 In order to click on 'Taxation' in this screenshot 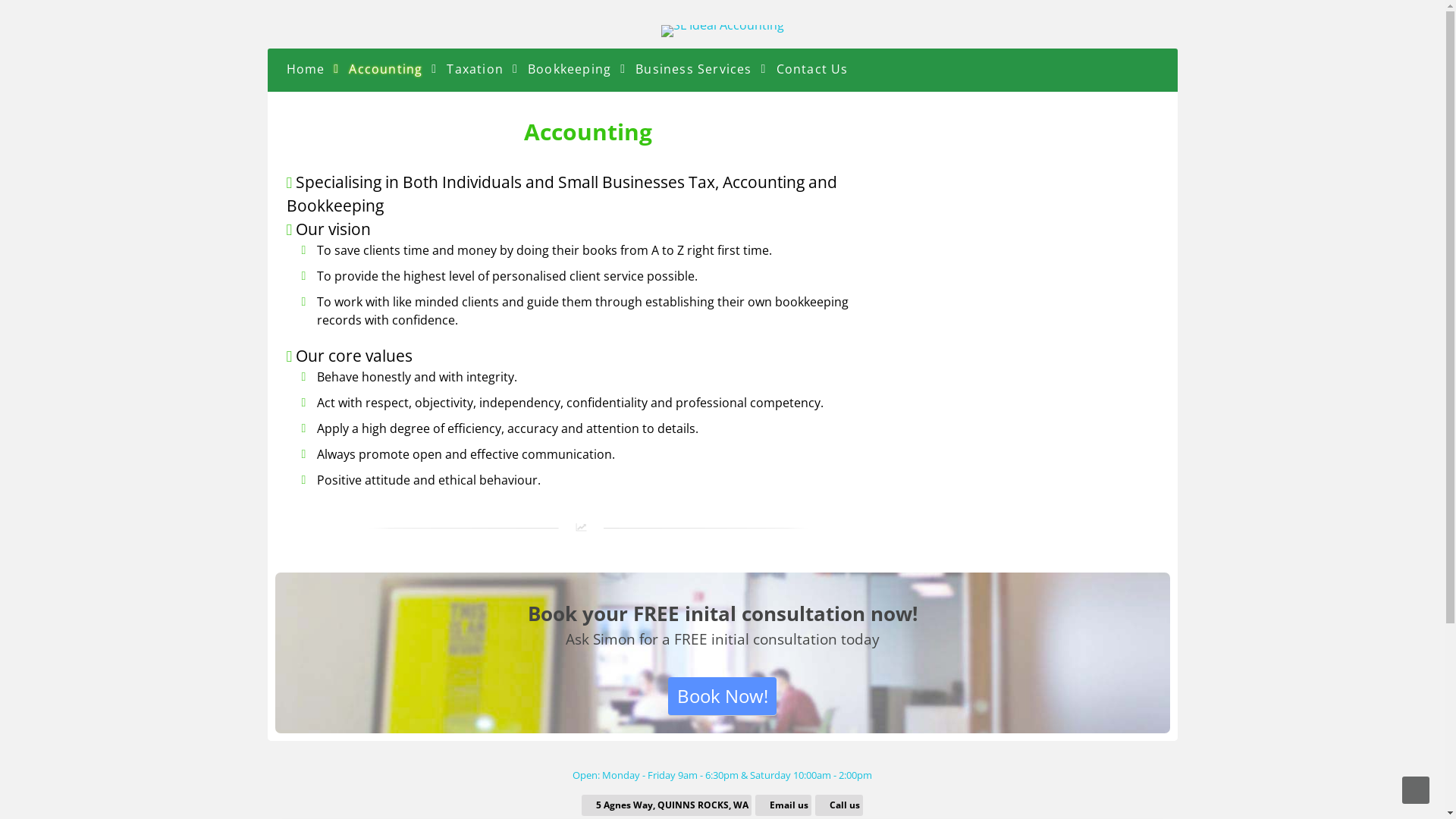, I will do `click(474, 67)`.